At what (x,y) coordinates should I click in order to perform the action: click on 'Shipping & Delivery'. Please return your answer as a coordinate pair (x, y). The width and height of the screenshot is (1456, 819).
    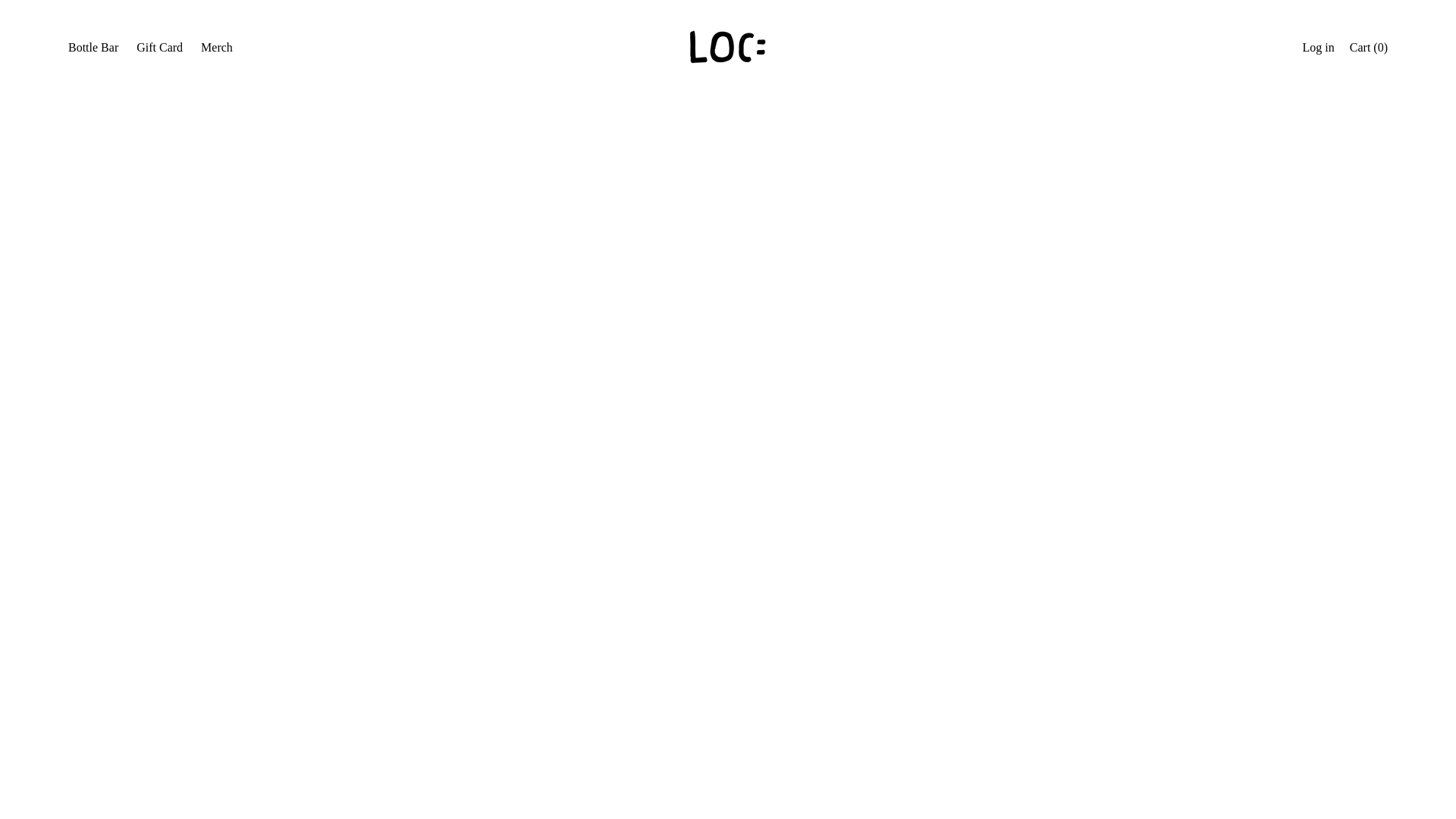
    Looking at the image, I should click on (75, 385).